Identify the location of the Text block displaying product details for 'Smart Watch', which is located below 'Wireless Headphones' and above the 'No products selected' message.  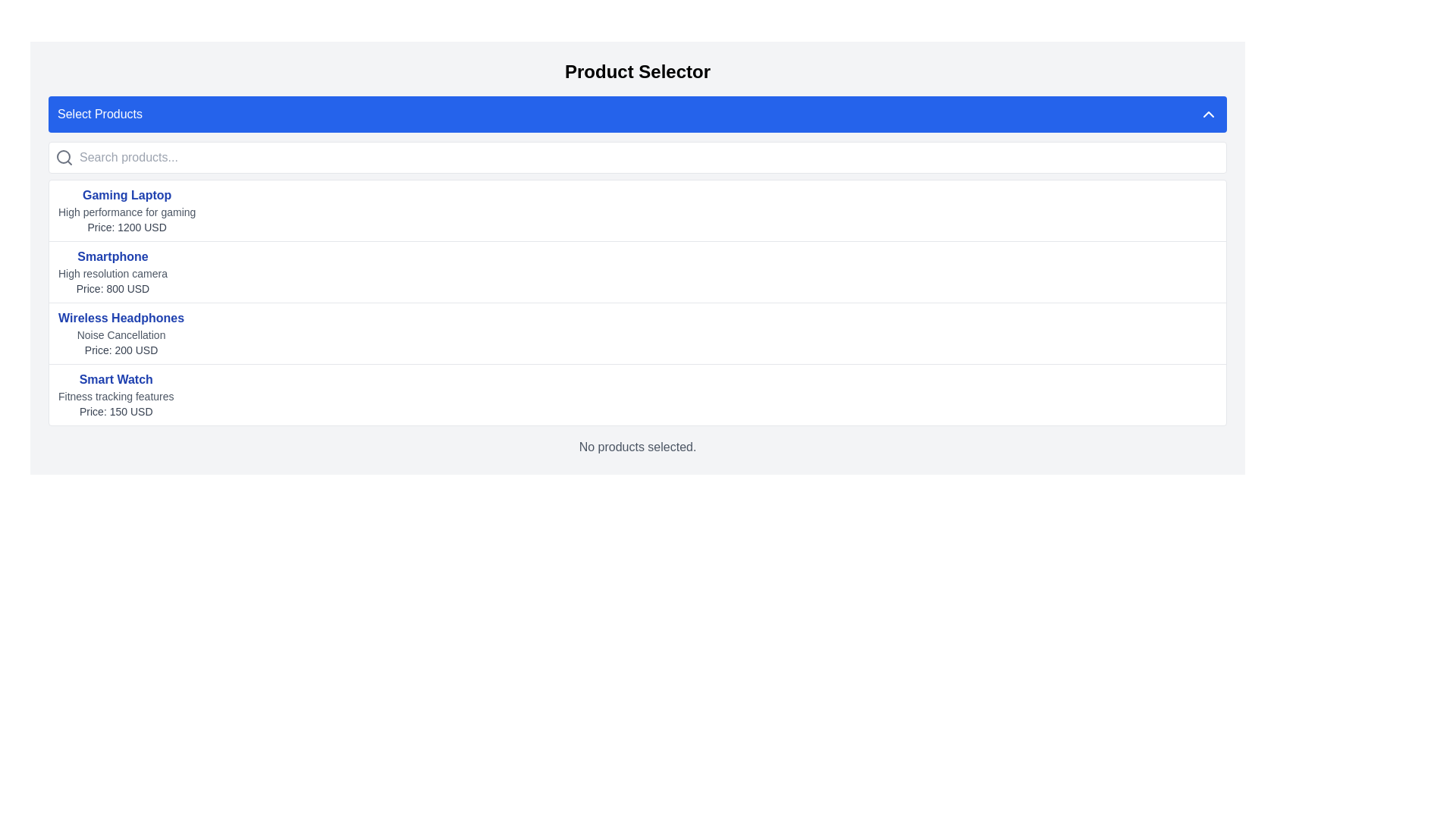
(115, 394).